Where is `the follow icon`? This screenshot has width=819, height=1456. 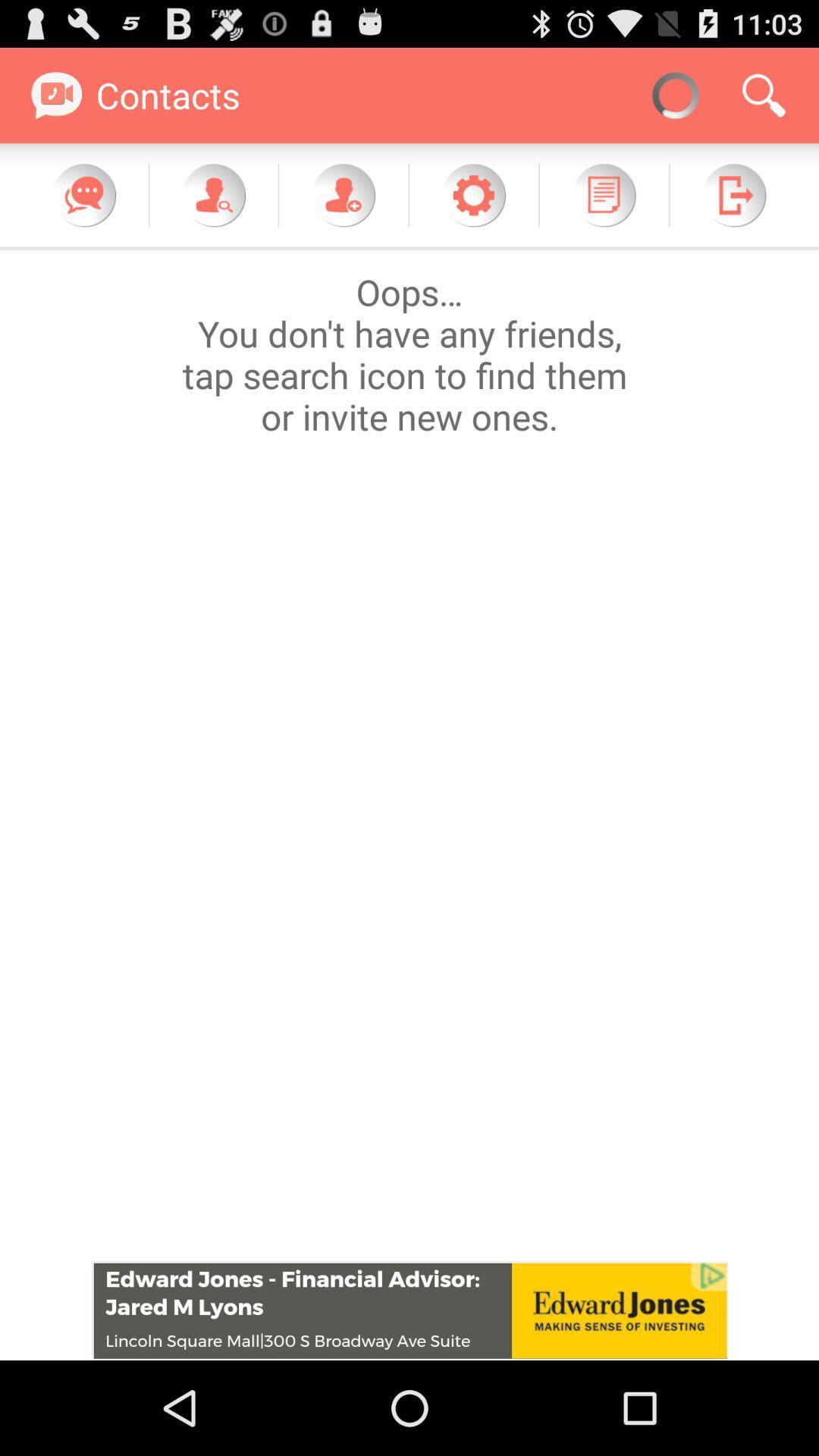 the follow icon is located at coordinates (343, 208).